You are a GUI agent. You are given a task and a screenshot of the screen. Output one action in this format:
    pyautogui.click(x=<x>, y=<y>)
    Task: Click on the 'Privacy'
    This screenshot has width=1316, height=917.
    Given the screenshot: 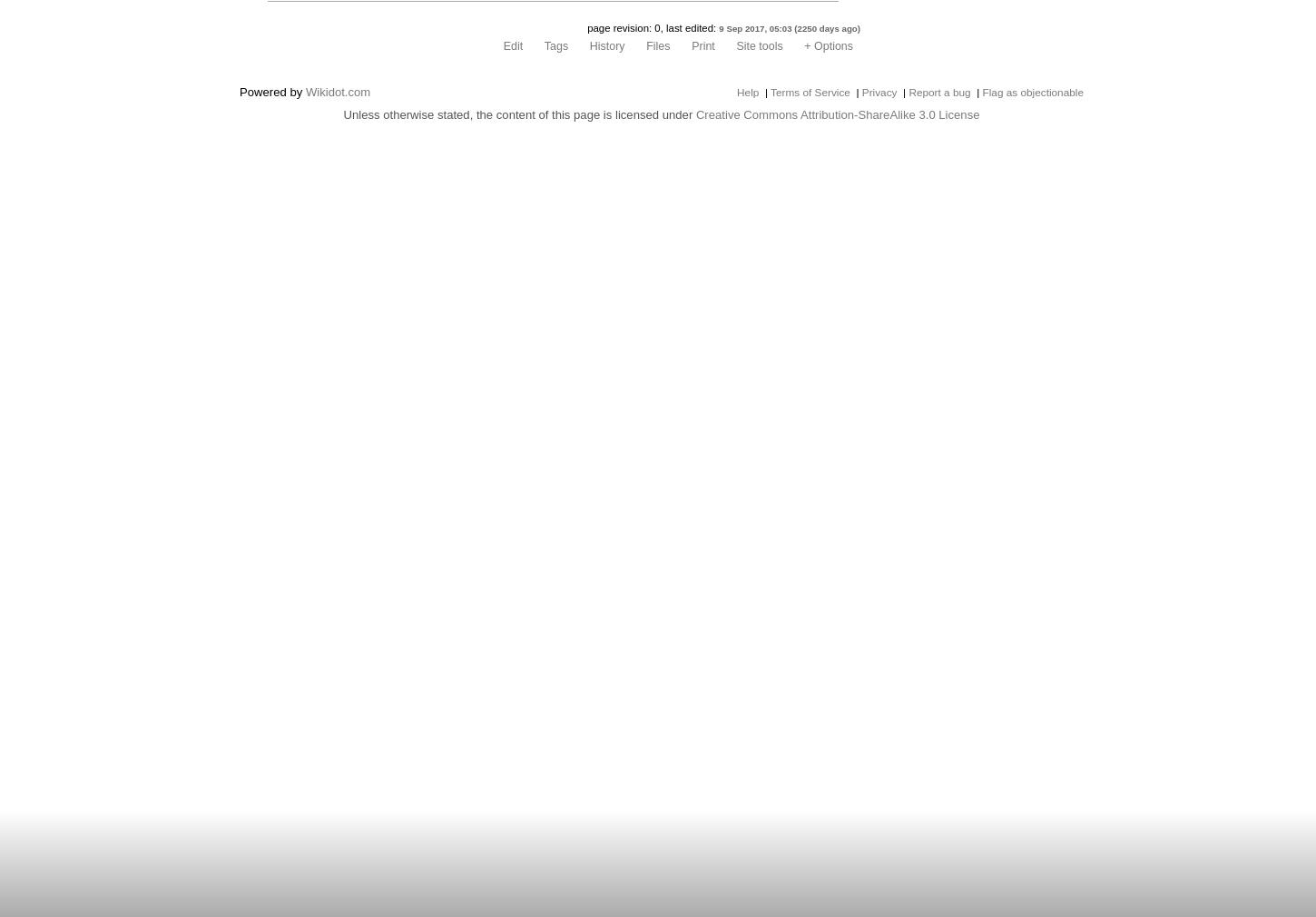 What is the action you would take?
    pyautogui.click(x=879, y=91)
    